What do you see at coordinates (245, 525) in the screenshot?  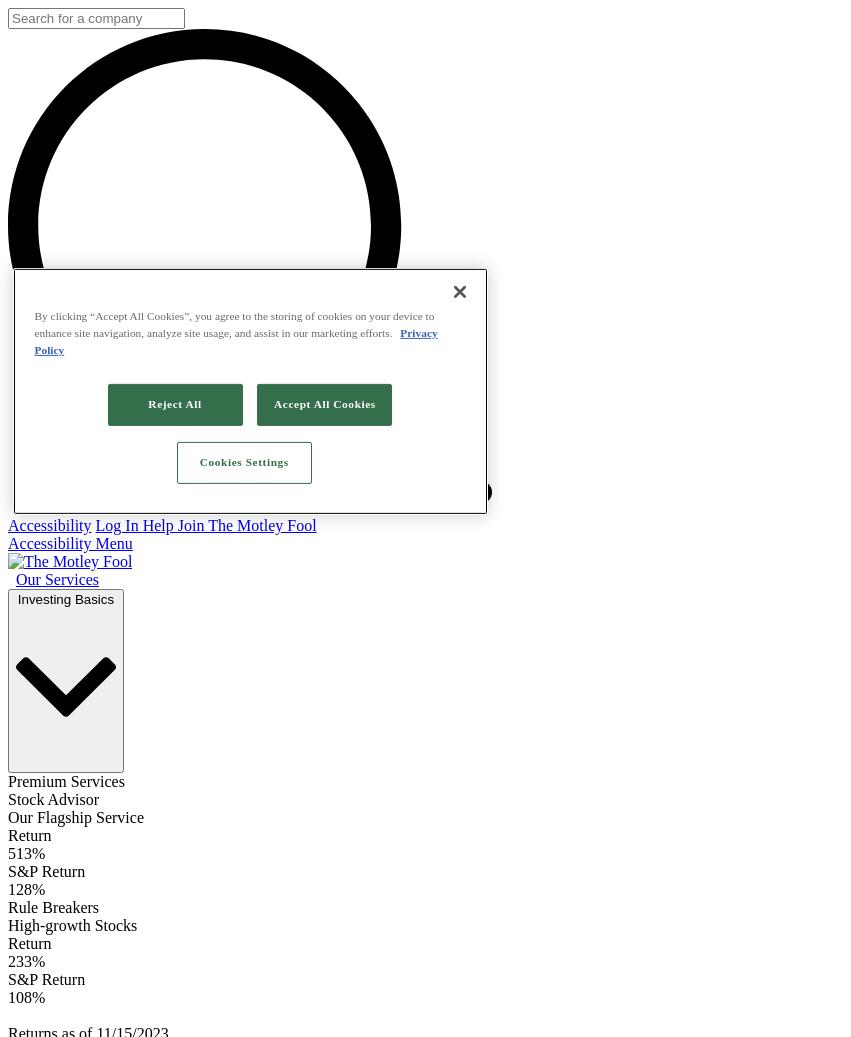 I see `'Join The Motley Fool'` at bounding box center [245, 525].